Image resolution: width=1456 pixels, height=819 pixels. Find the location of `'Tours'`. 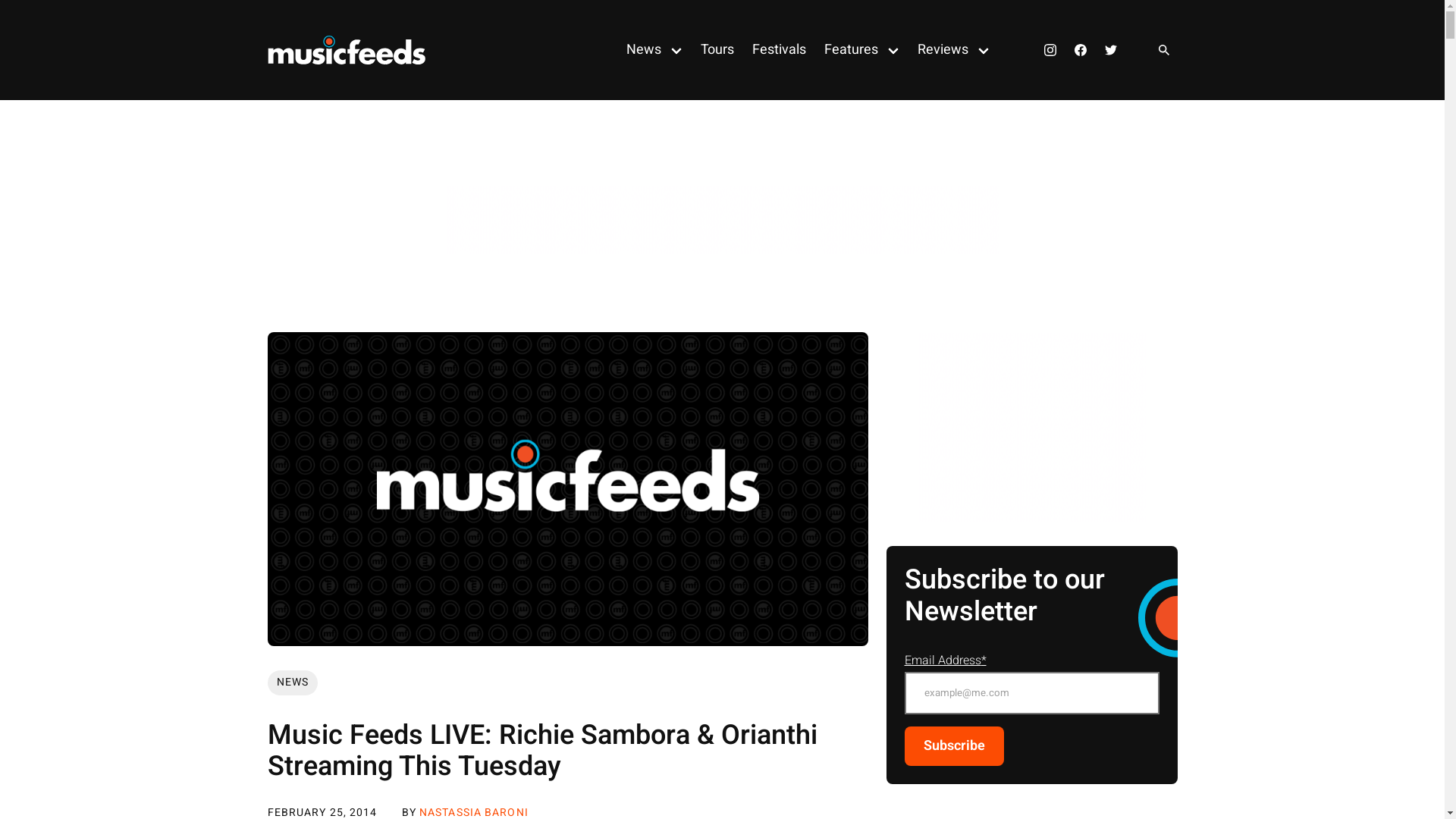

'Tours' is located at coordinates (691, 49).